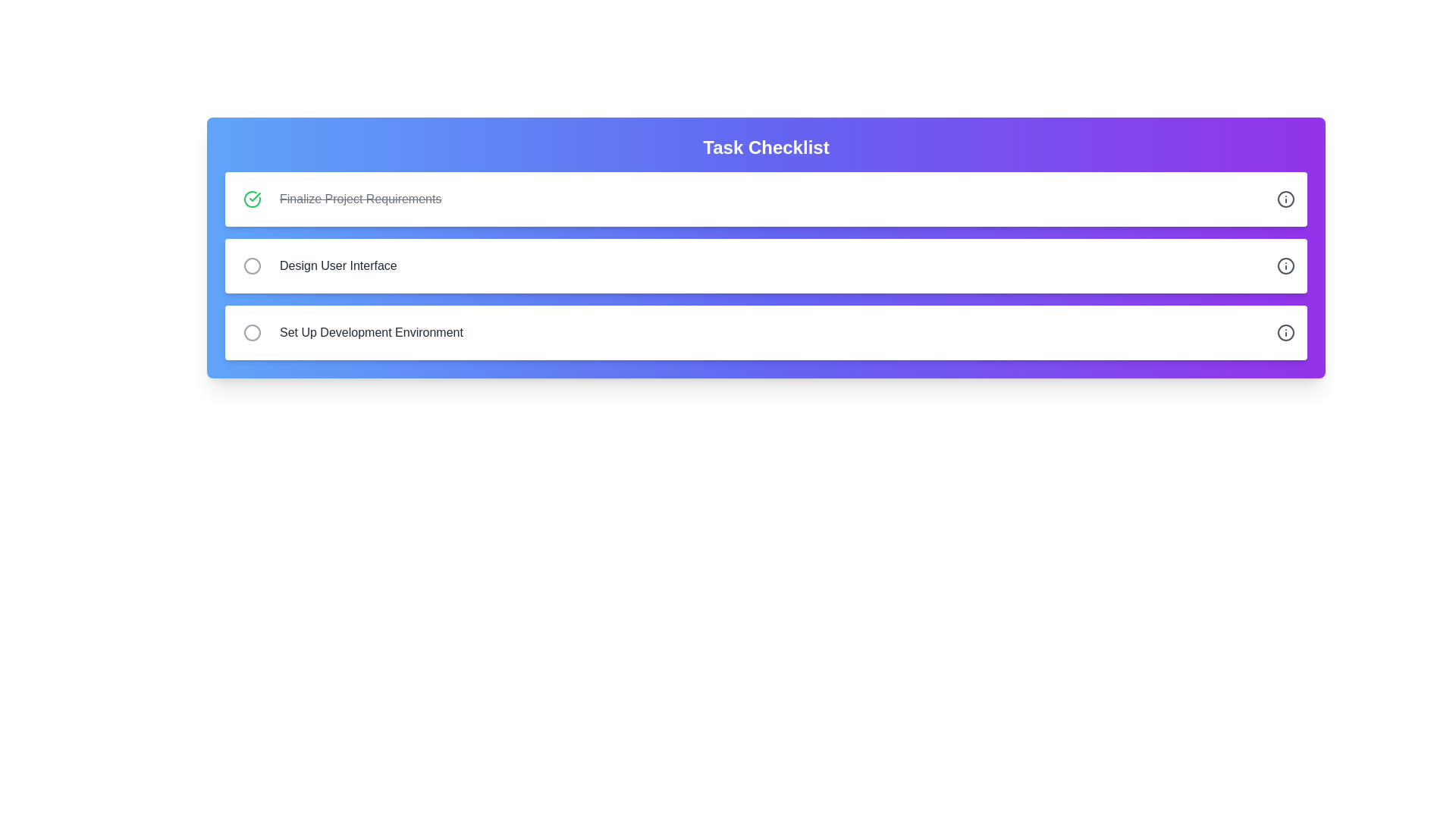 This screenshot has height=819, width=1456. Describe the element at coordinates (1285, 332) in the screenshot. I see `the information icon for the task titled 'Set Up Development Environment'` at that location.